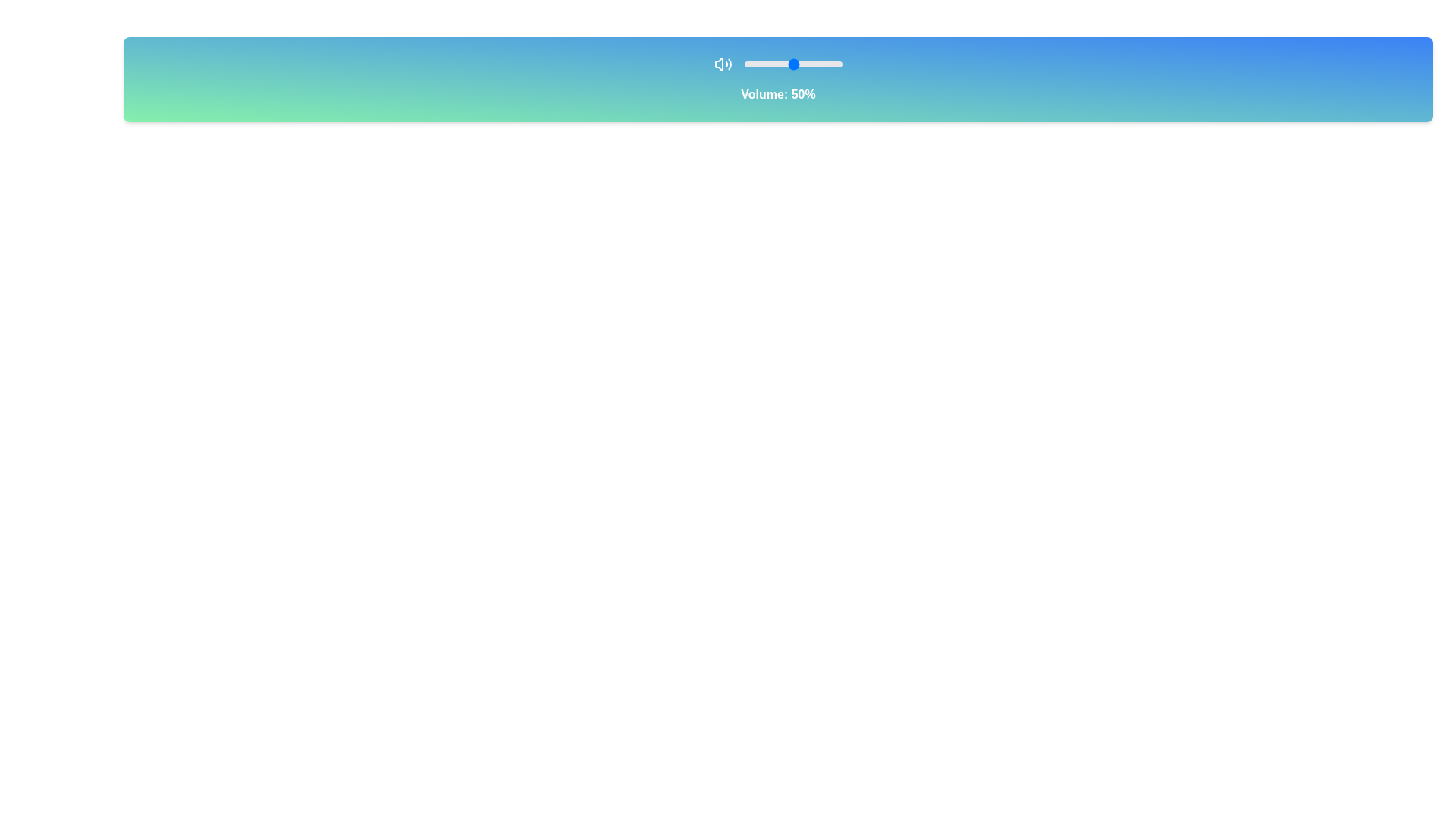 This screenshot has width=1456, height=819. What do you see at coordinates (757, 63) in the screenshot?
I see `the slider` at bounding box center [757, 63].